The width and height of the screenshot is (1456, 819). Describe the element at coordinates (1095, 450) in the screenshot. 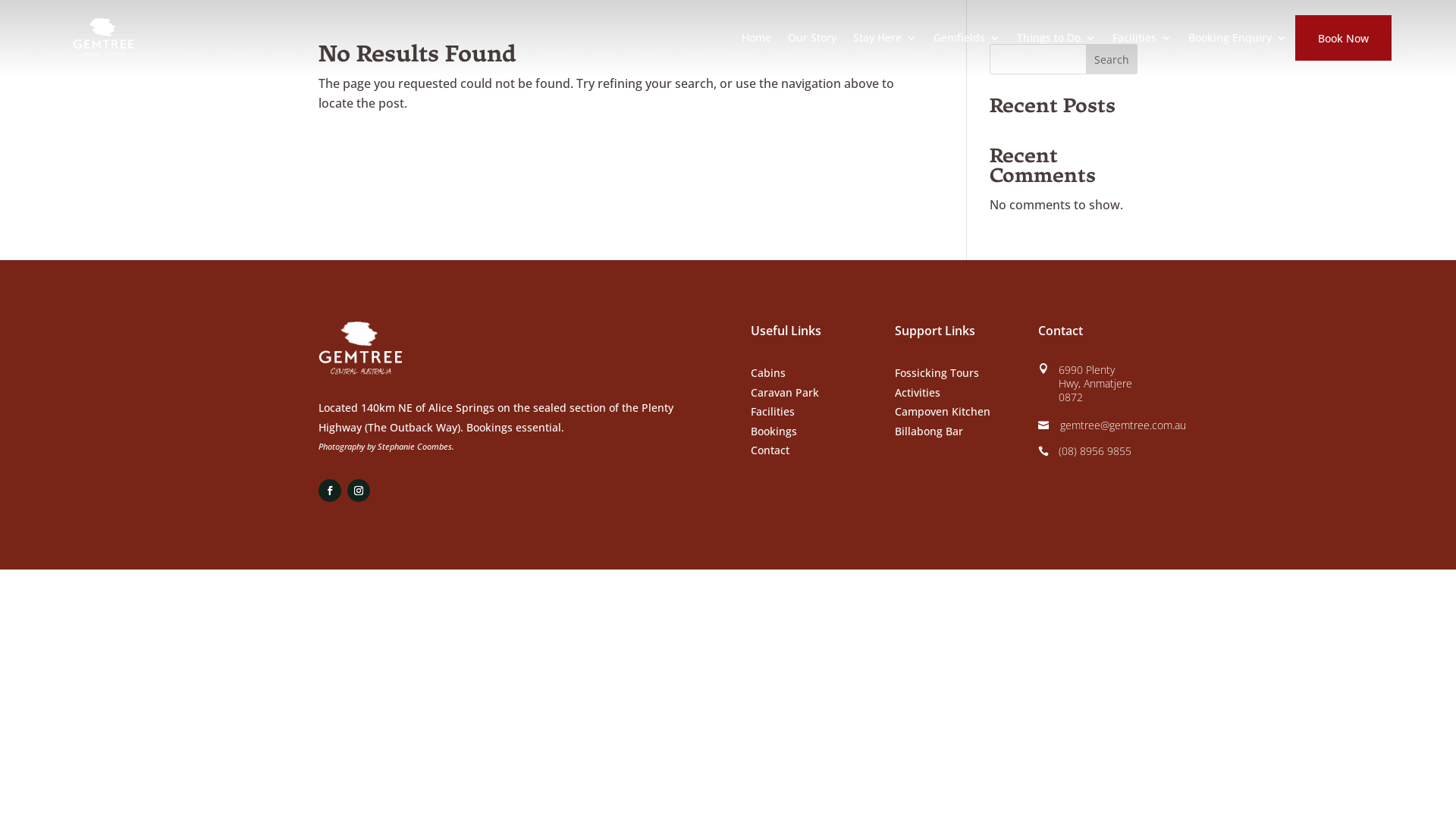

I see `'(08) 8956 9855'` at that location.